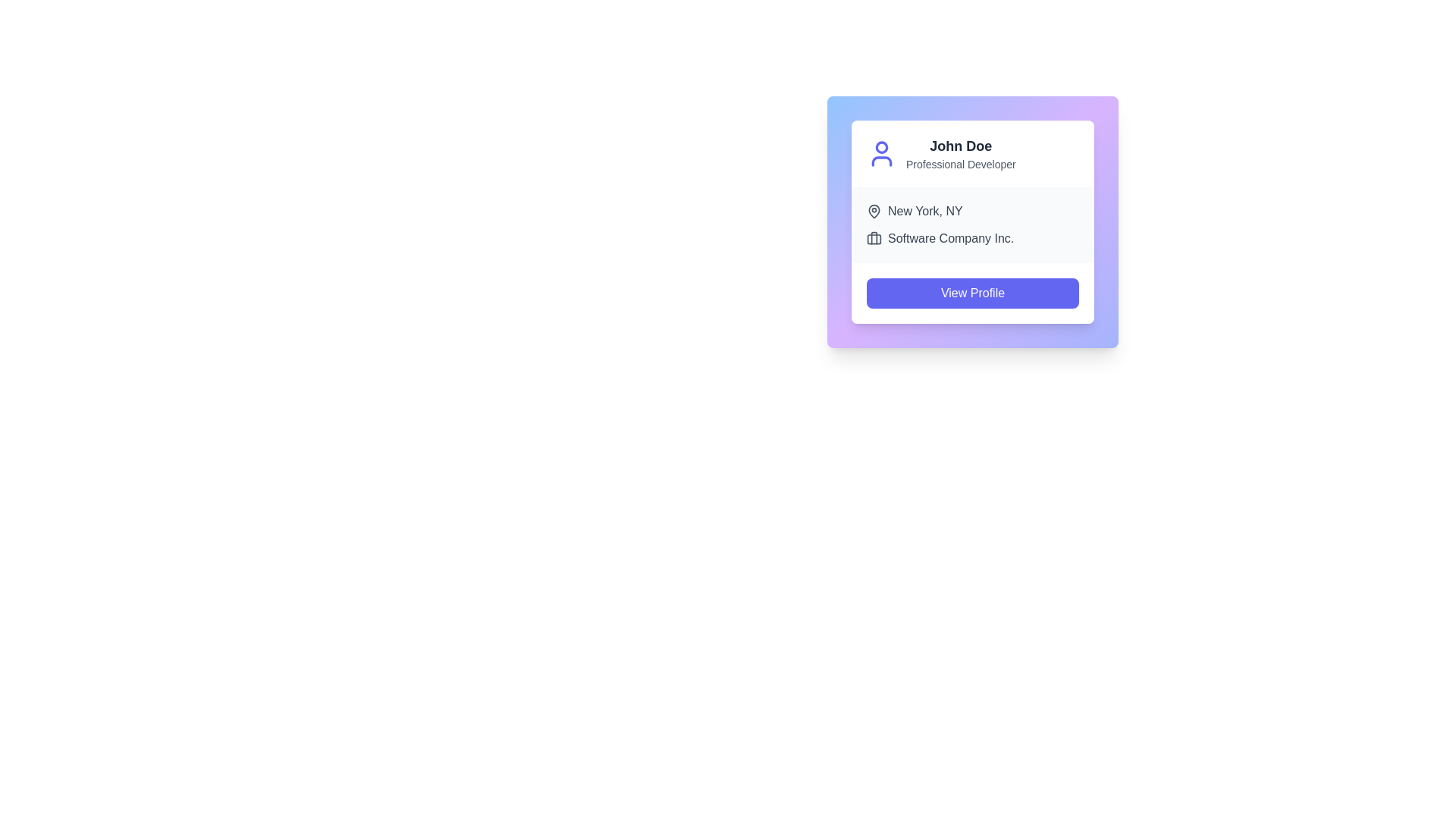 This screenshot has width=1456, height=819. I want to click on the decorative SVG icon representing location, which is positioned to the left of the text 'New York, NY' in the profile card, so click(874, 210).